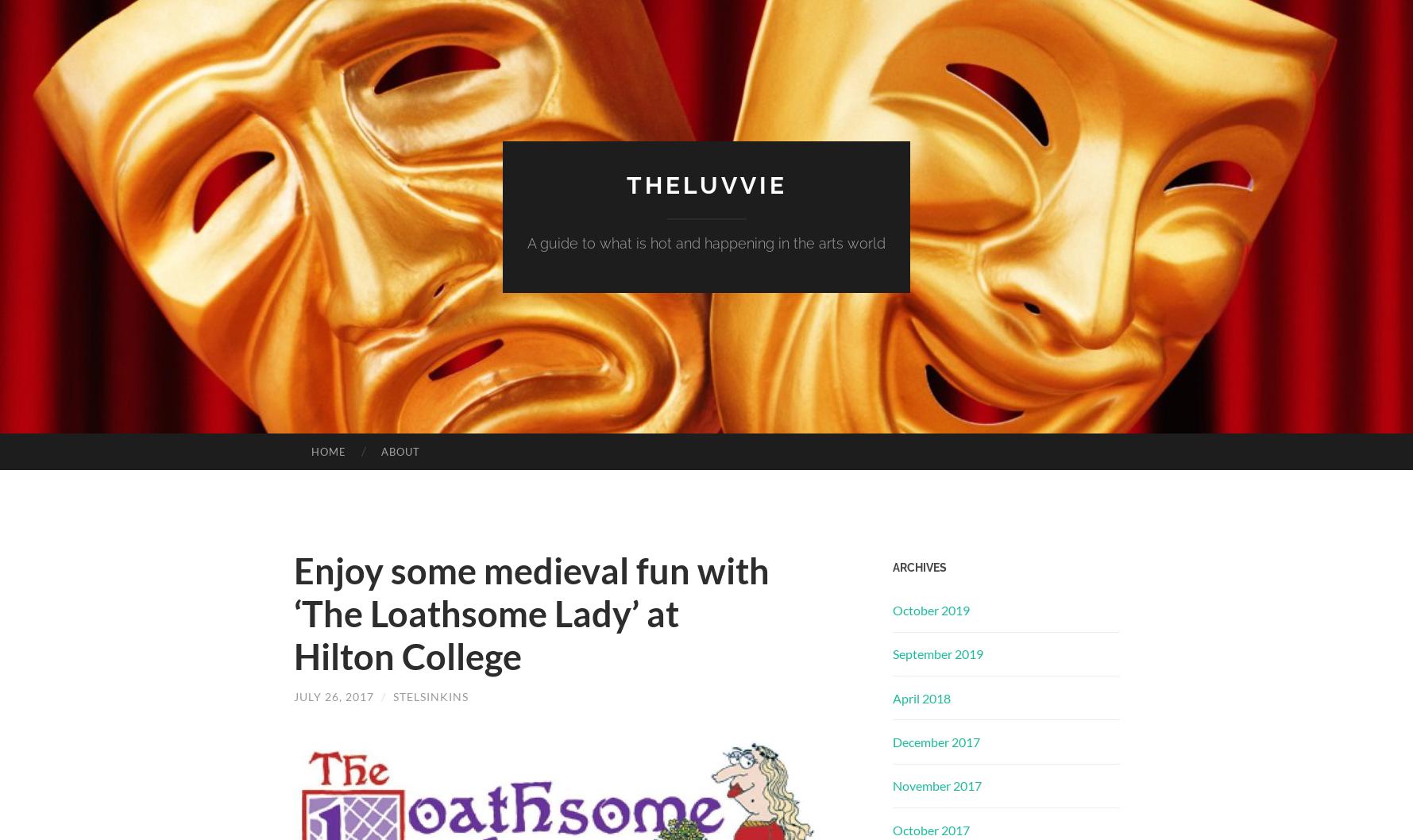 The height and width of the screenshot is (840, 1413). I want to click on 'October 2017', so click(892, 828).